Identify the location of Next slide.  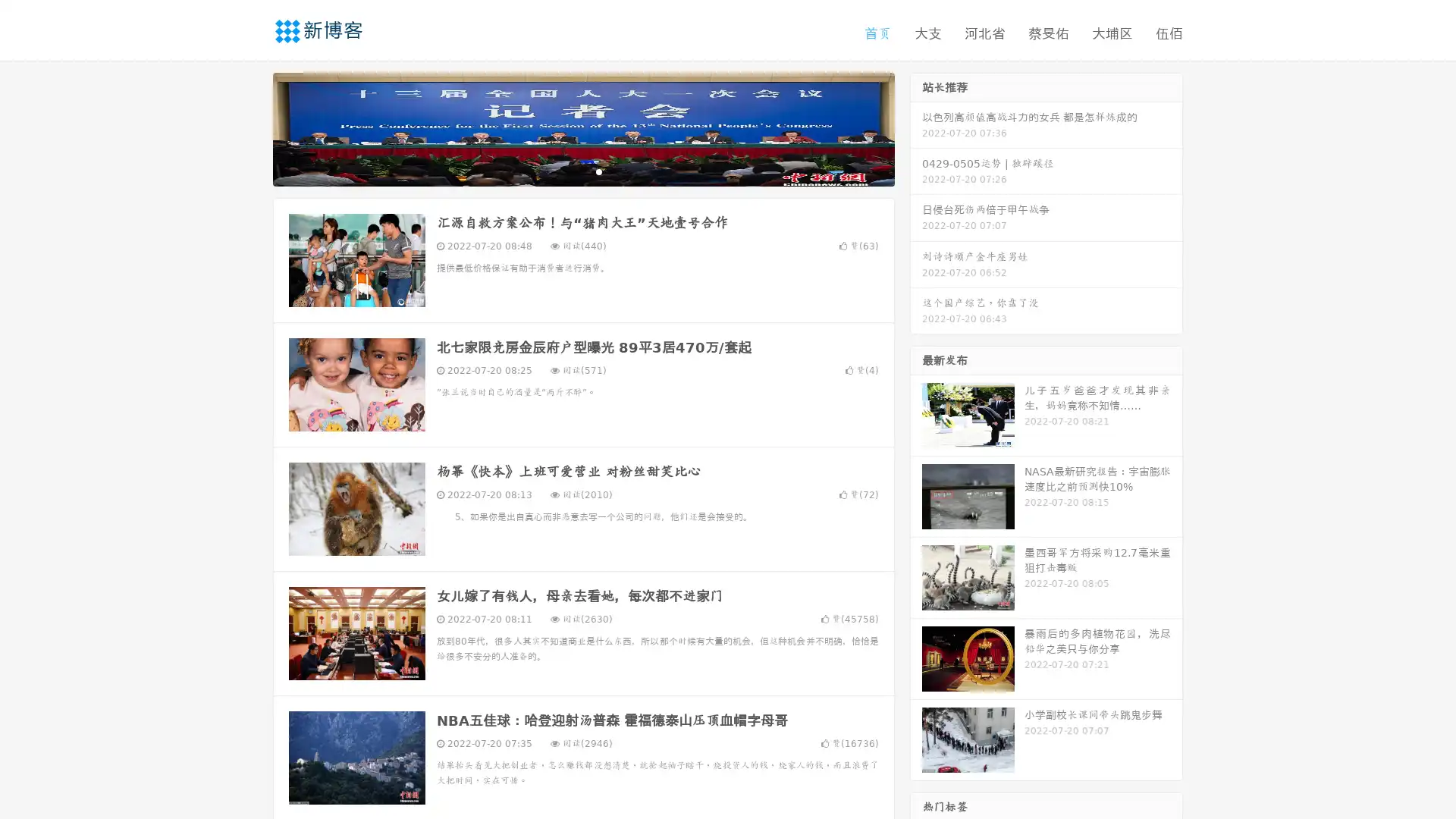
(916, 127).